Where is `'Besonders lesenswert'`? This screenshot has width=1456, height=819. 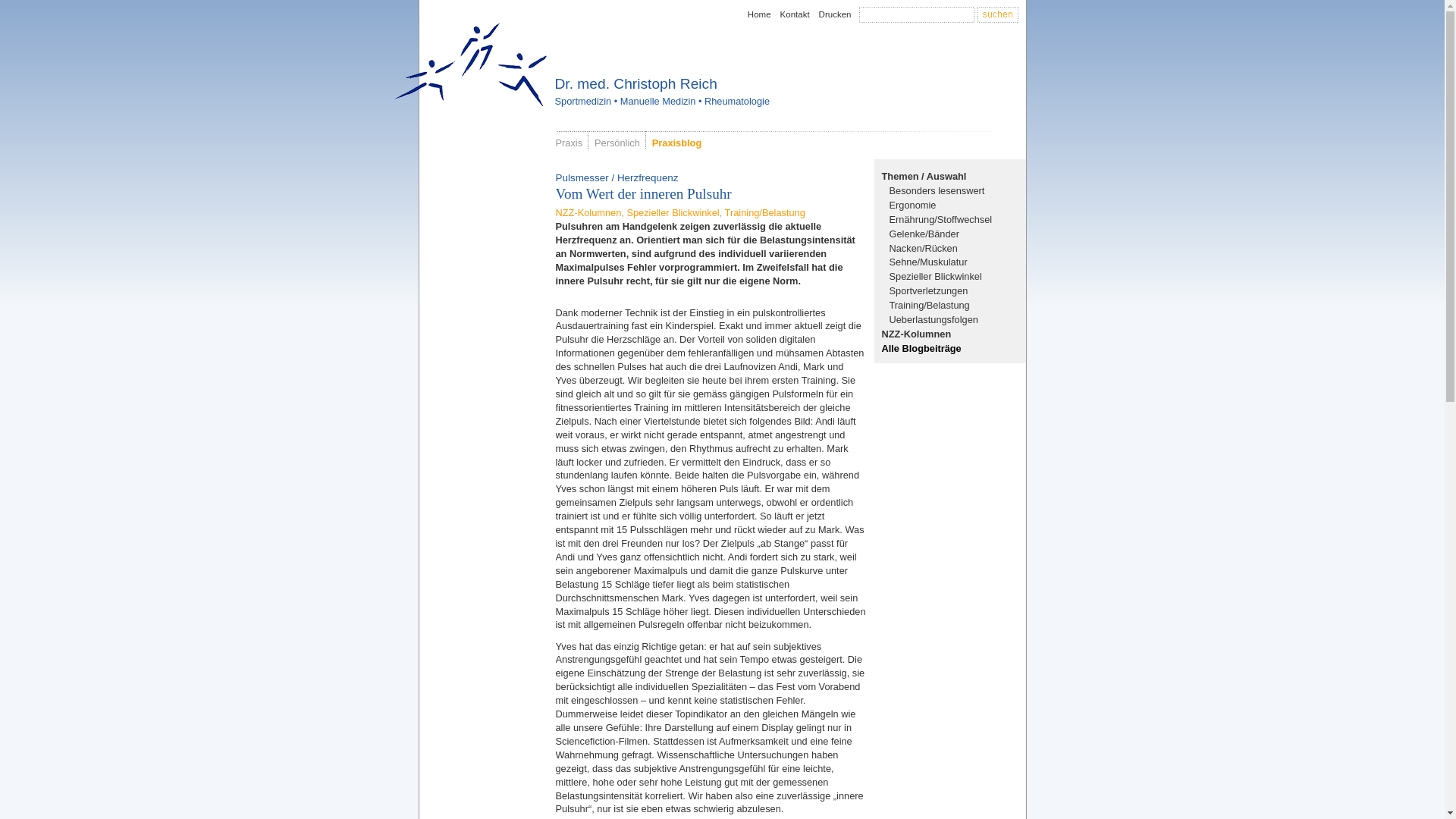 'Besonders lesenswert' is located at coordinates (935, 190).